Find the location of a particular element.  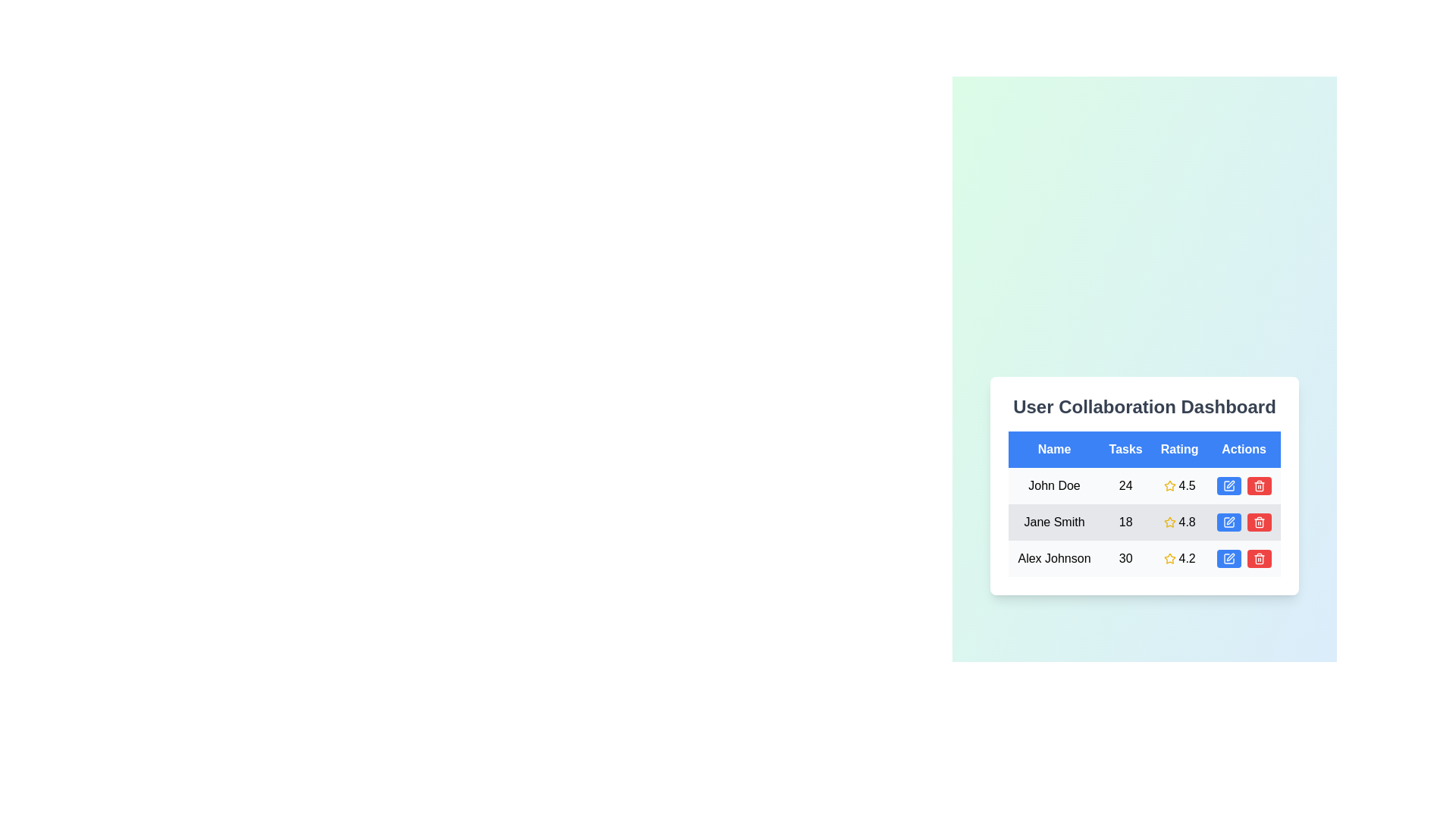

the edit icon button located in the 'Actions' column of the table for the row labeled 'Alex Johnson' to initiate the edit action is located at coordinates (1228, 558).